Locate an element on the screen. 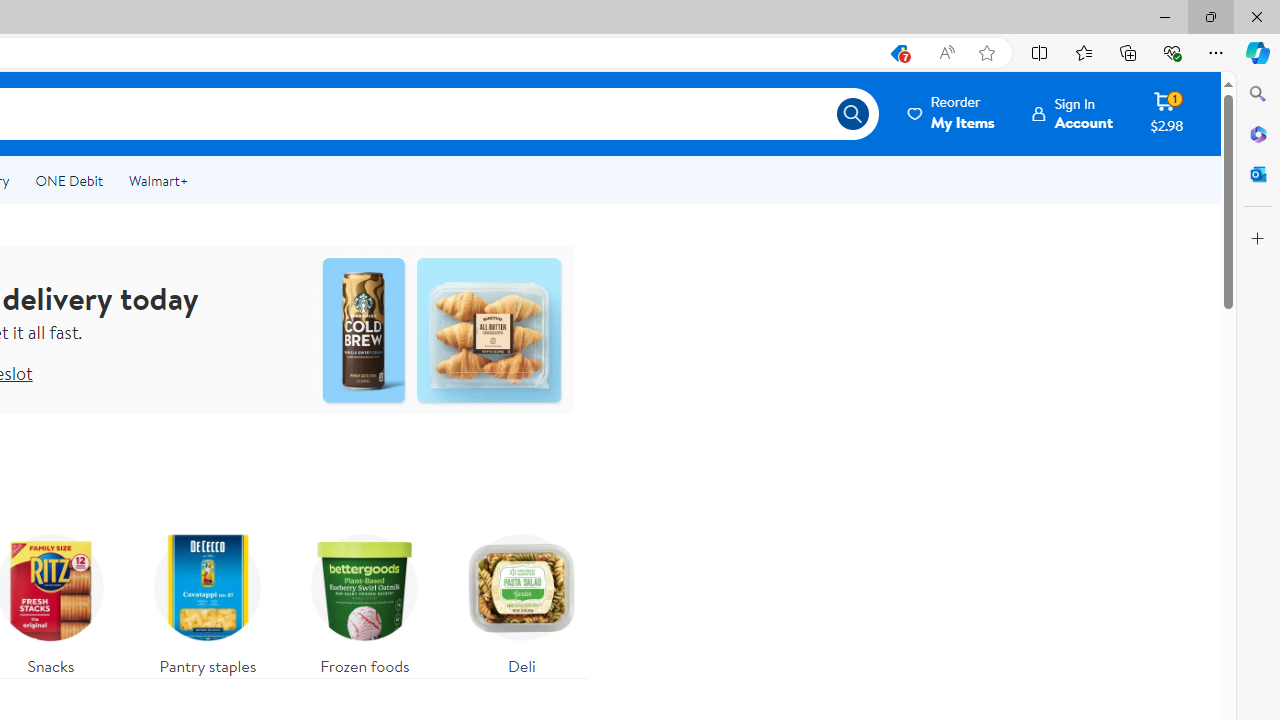 This screenshot has height=720, width=1280. 'Sign InAccount' is located at coordinates (1072, 113).